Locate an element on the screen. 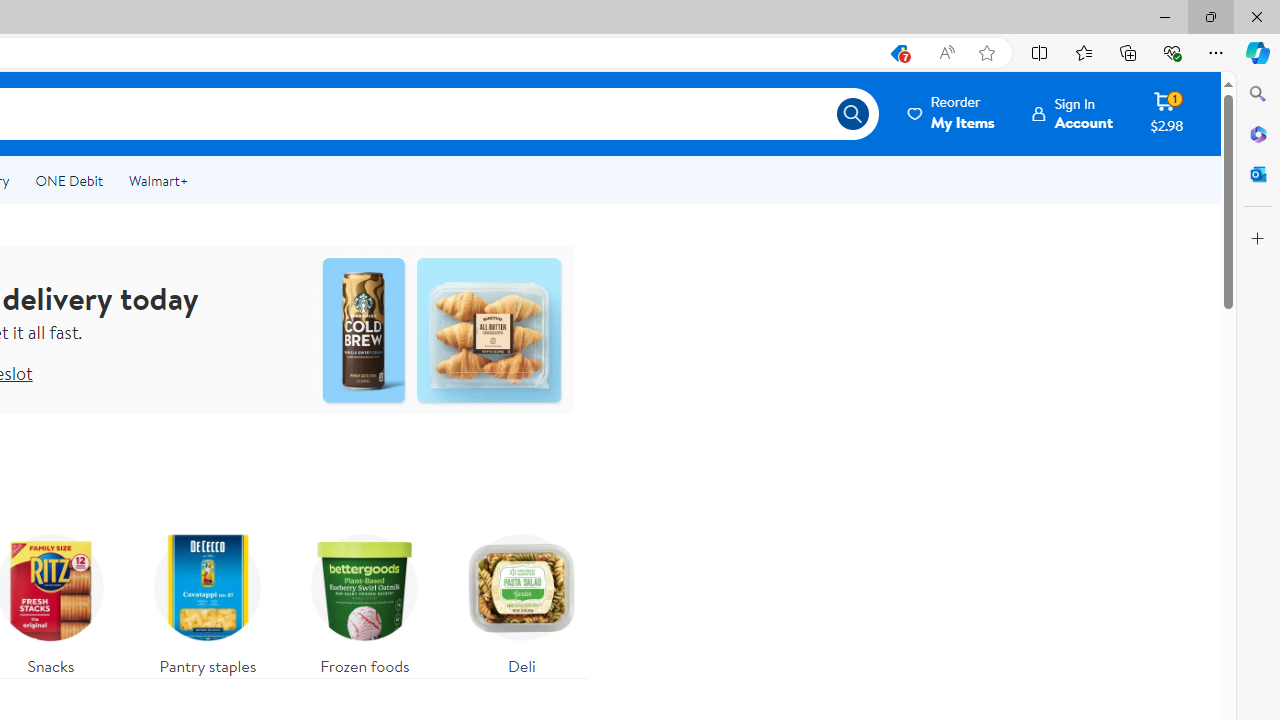 This screenshot has height=720, width=1280. 'Sign InAccount' is located at coordinates (1072, 113).